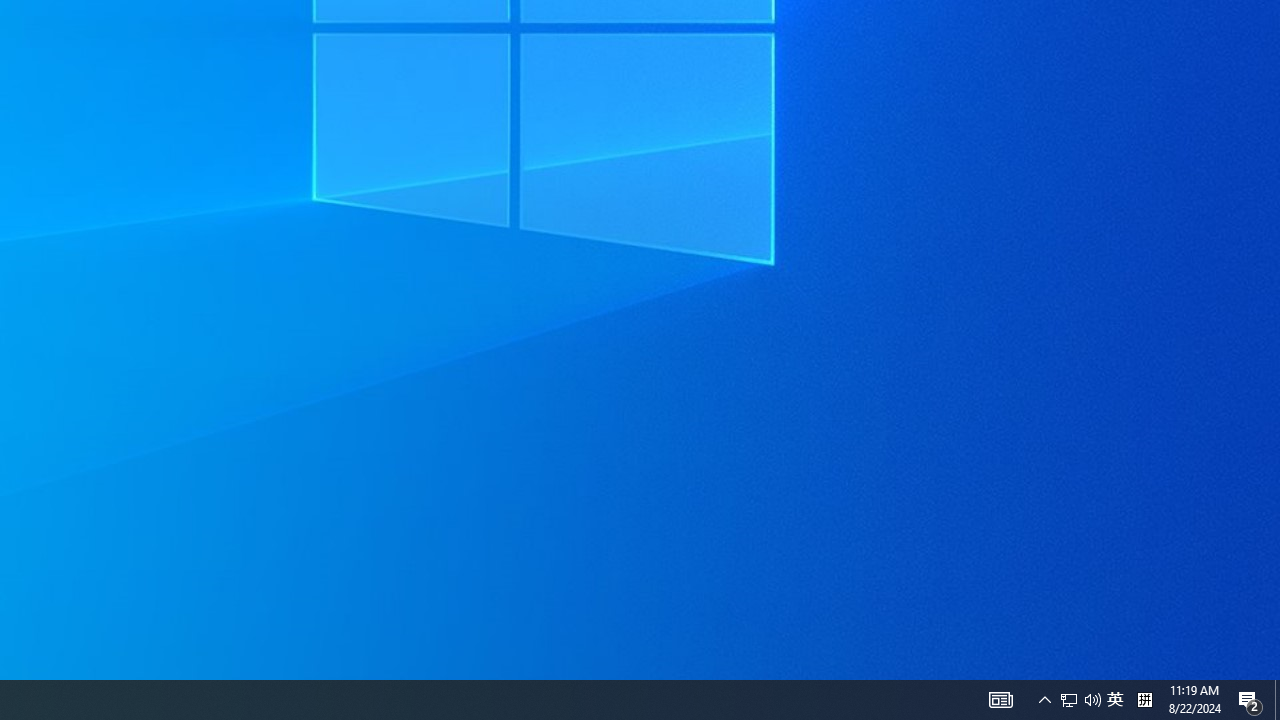 This screenshot has height=720, width=1280. I want to click on 'User Promoted Notification Area', so click(1079, 698).